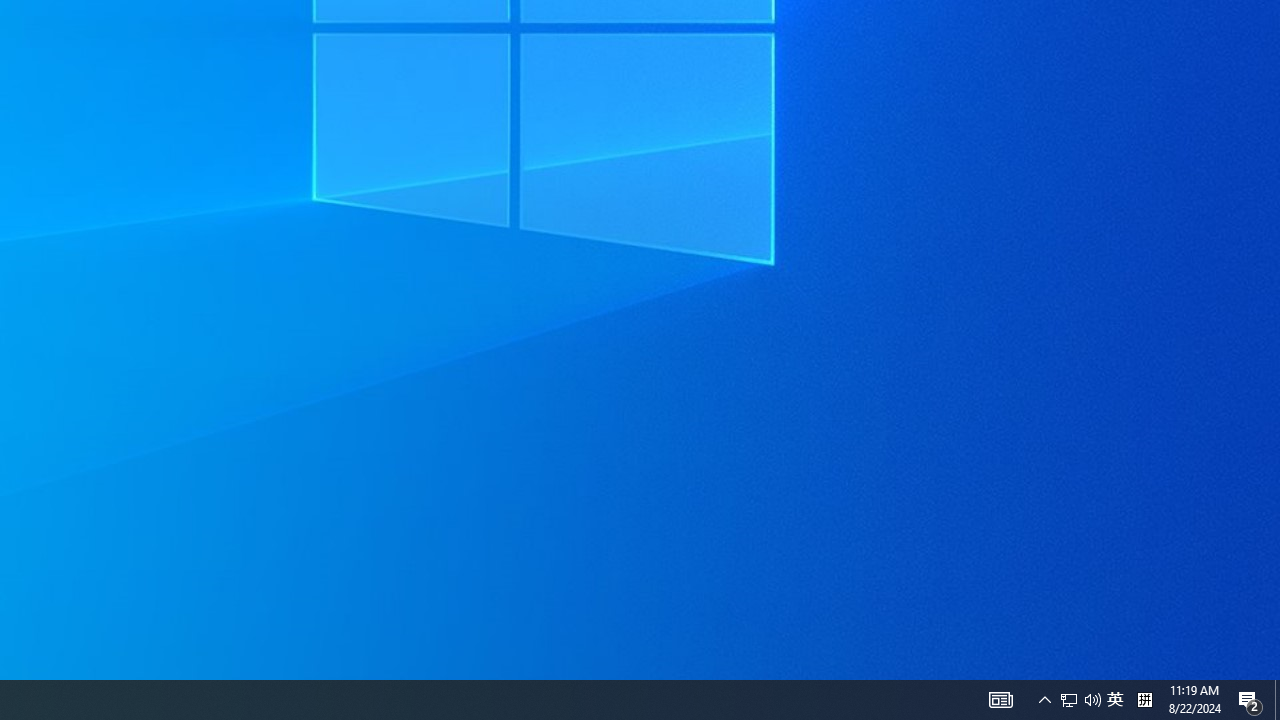 This screenshot has height=720, width=1280. I want to click on 'User Promoted Notification Area', so click(1079, 698).